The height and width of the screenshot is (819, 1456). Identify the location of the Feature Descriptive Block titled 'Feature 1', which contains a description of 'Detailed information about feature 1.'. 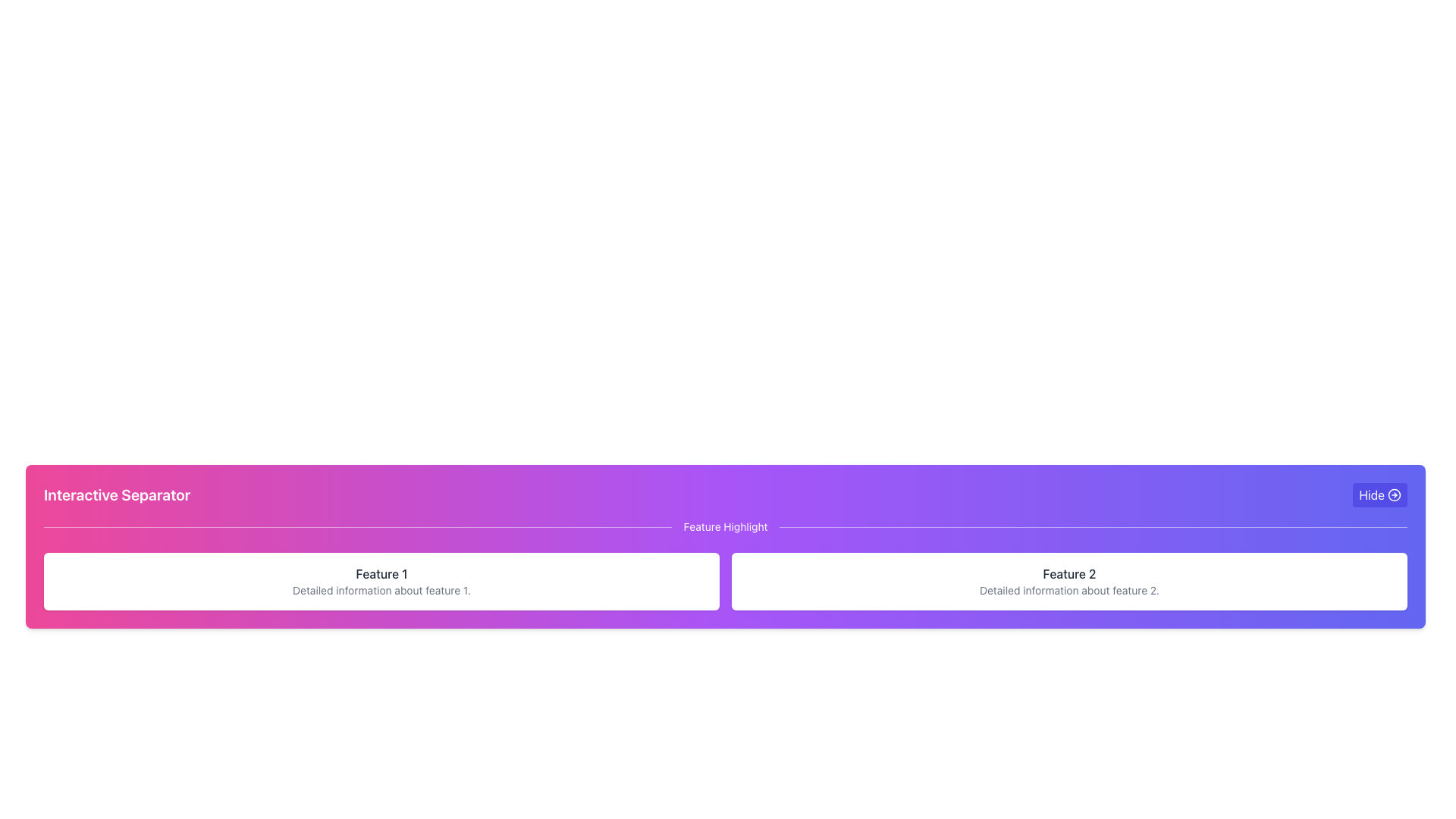
(381, 581).